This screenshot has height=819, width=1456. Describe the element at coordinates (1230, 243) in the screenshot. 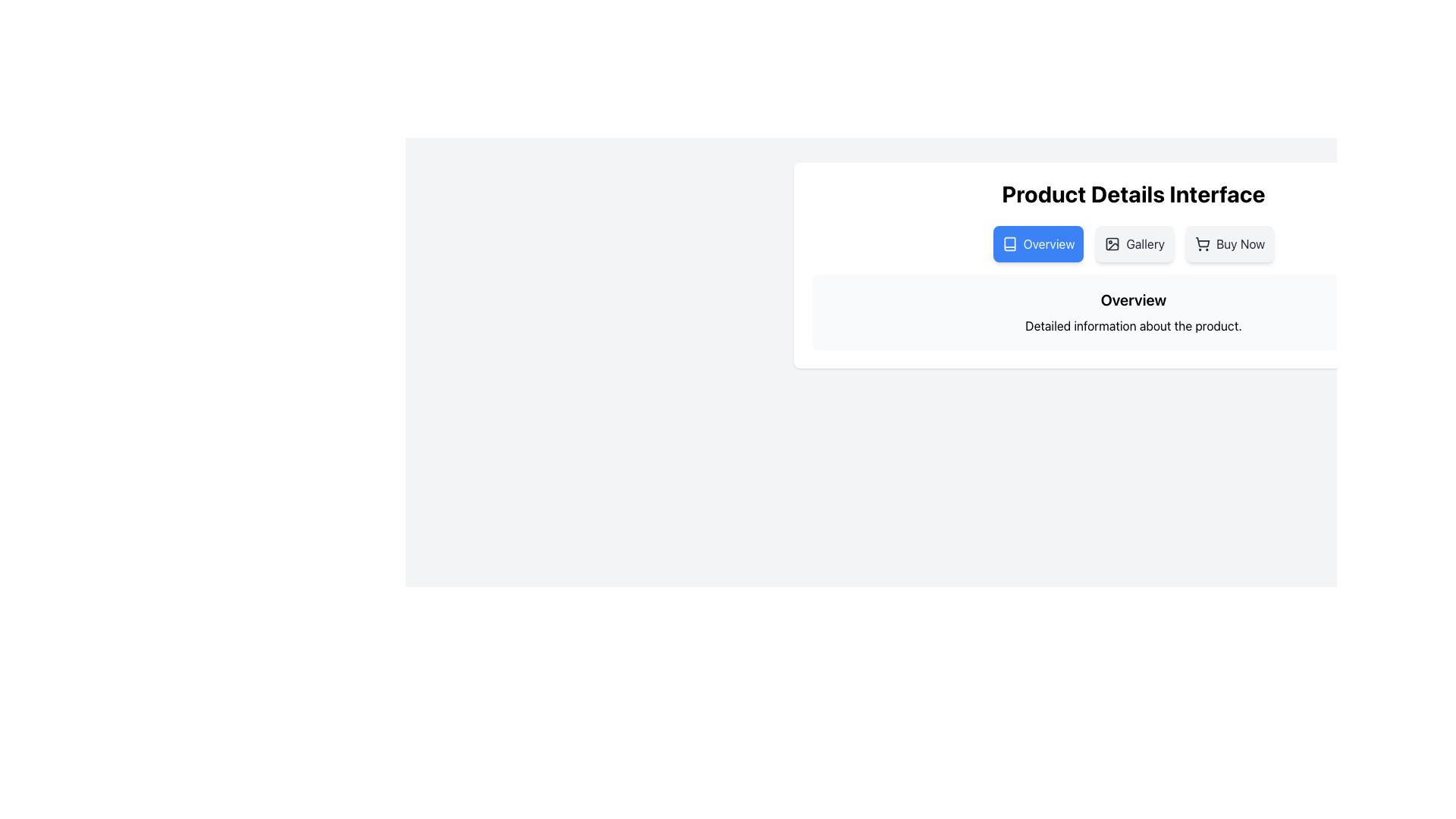

I see `the third button` at that location.